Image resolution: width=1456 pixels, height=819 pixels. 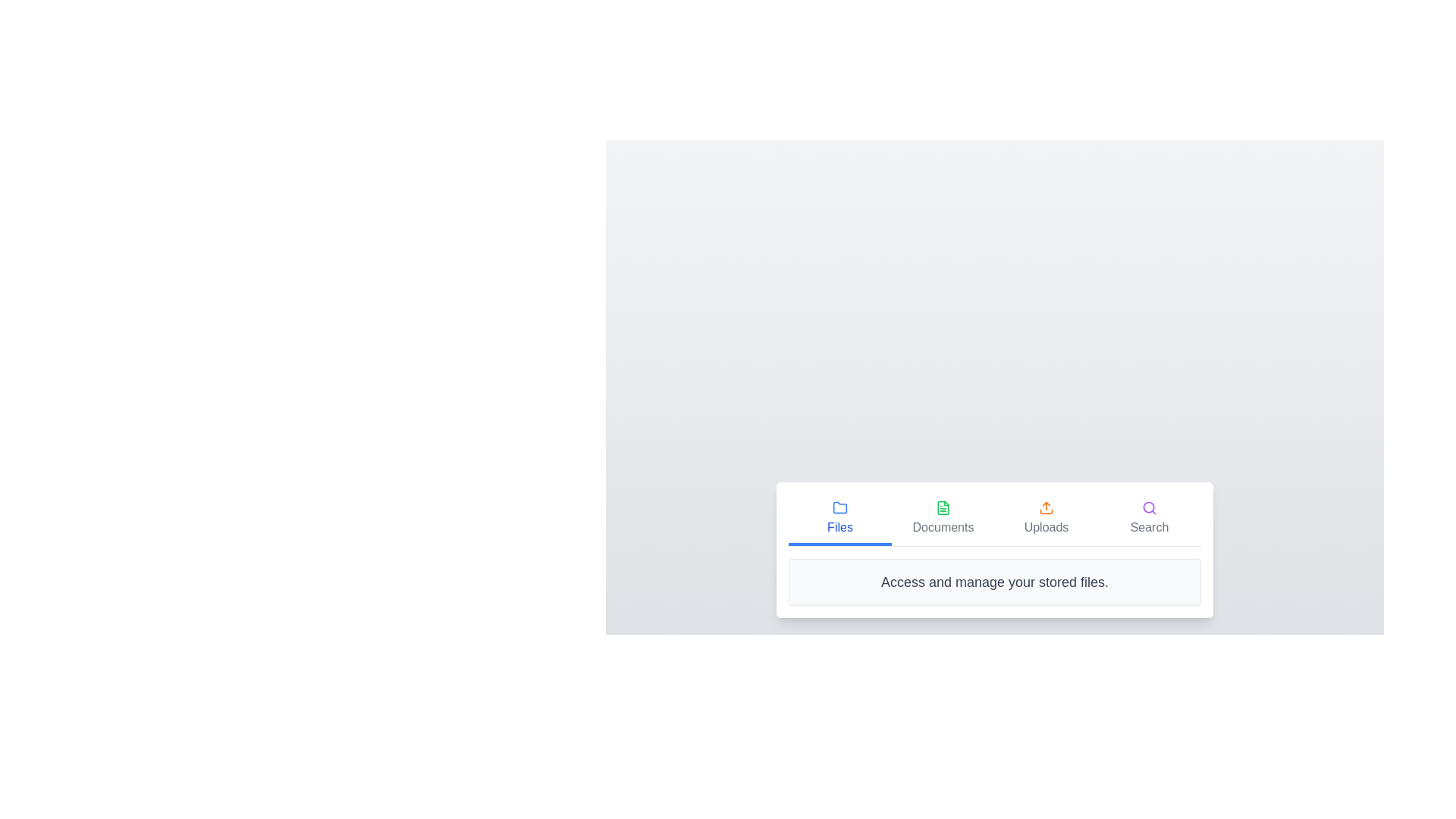 What do you see at coordinates (839, 519) in the screenshot?
I see `the tab labeled Files to view its content` at bounding box center [839, 519].